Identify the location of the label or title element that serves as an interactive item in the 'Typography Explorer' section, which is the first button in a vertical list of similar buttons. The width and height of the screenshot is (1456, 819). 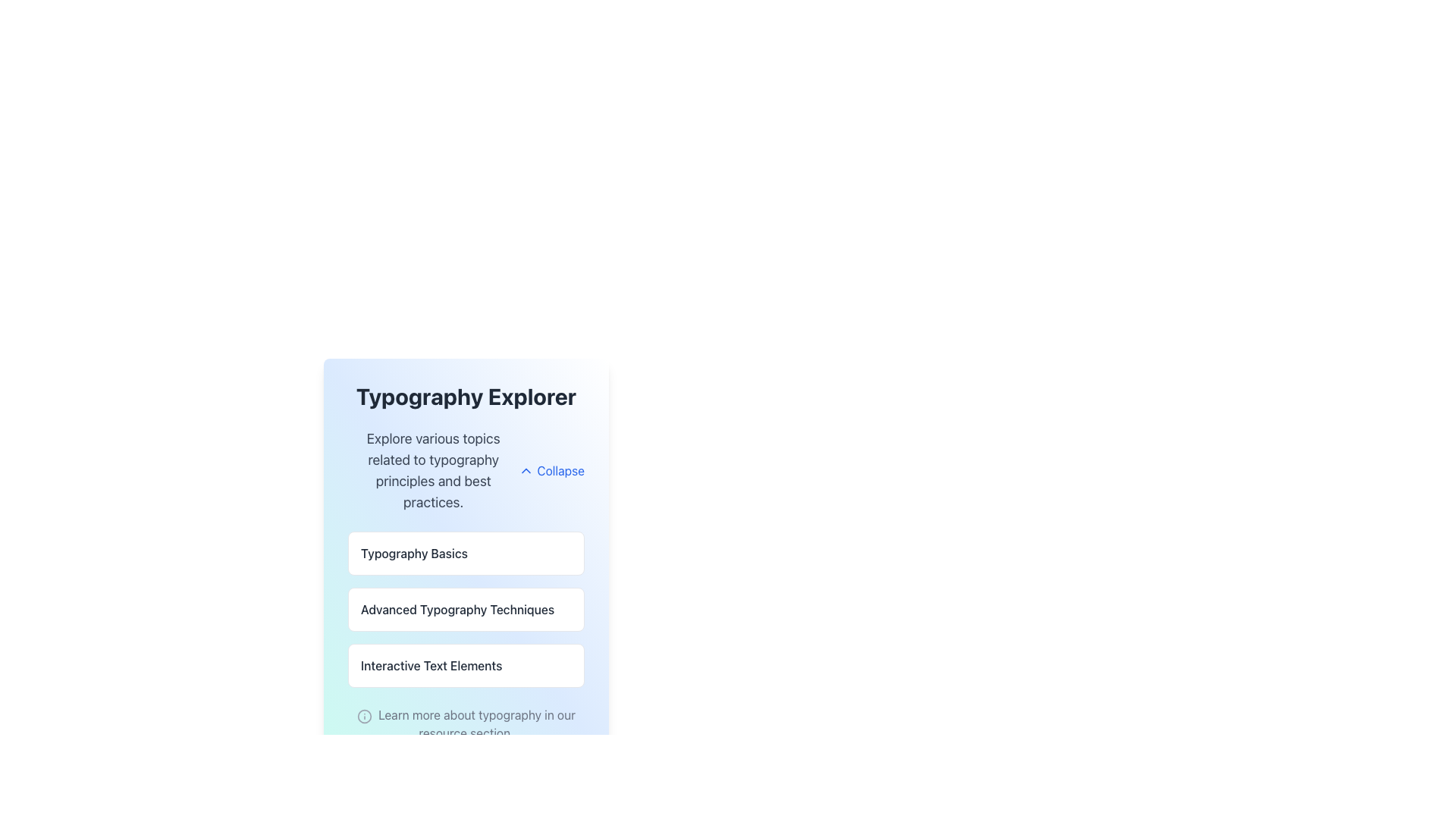
(465, 553).